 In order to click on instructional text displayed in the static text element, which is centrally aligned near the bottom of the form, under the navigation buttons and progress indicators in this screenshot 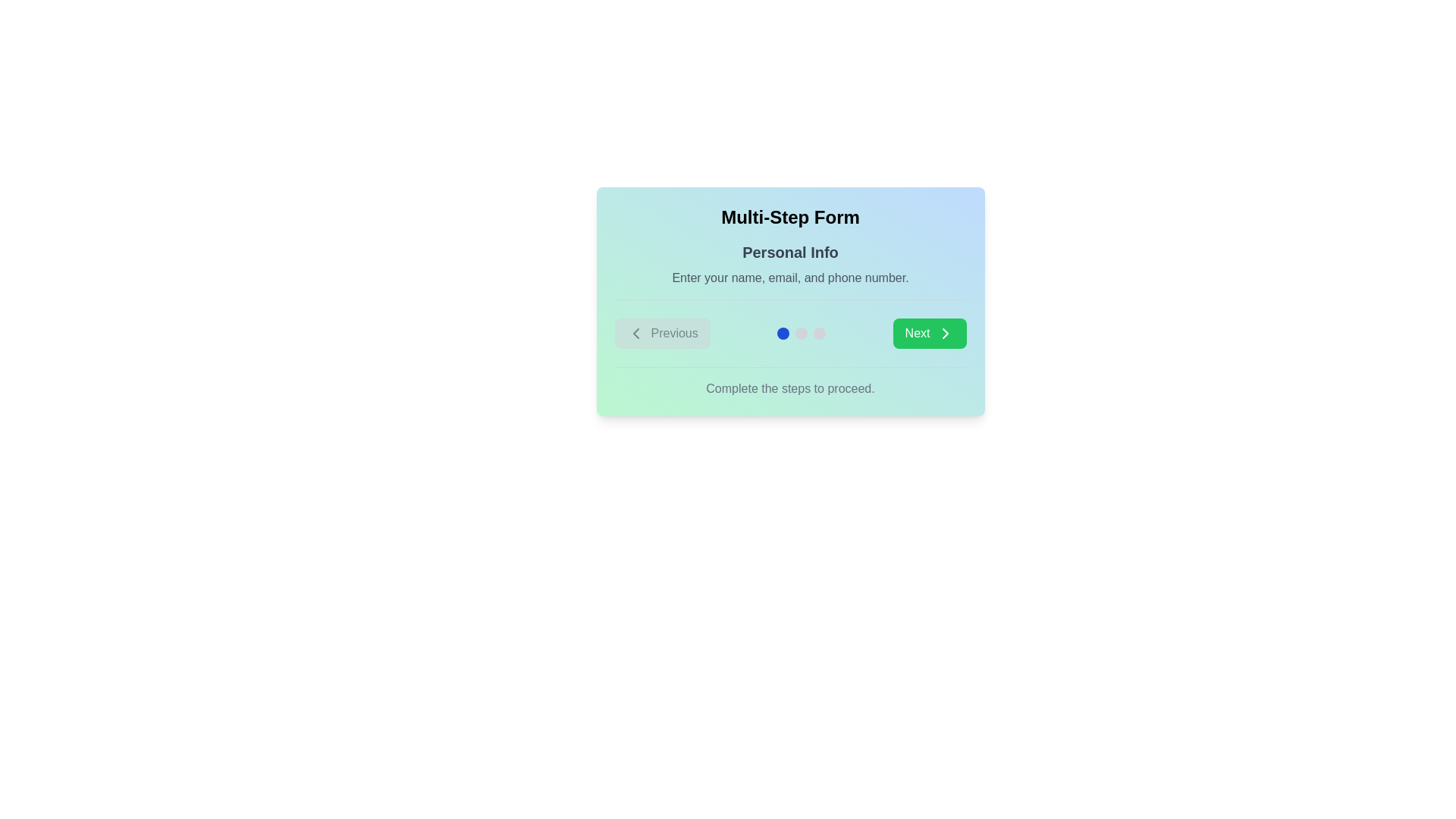, I will do `click(789, 388)`.